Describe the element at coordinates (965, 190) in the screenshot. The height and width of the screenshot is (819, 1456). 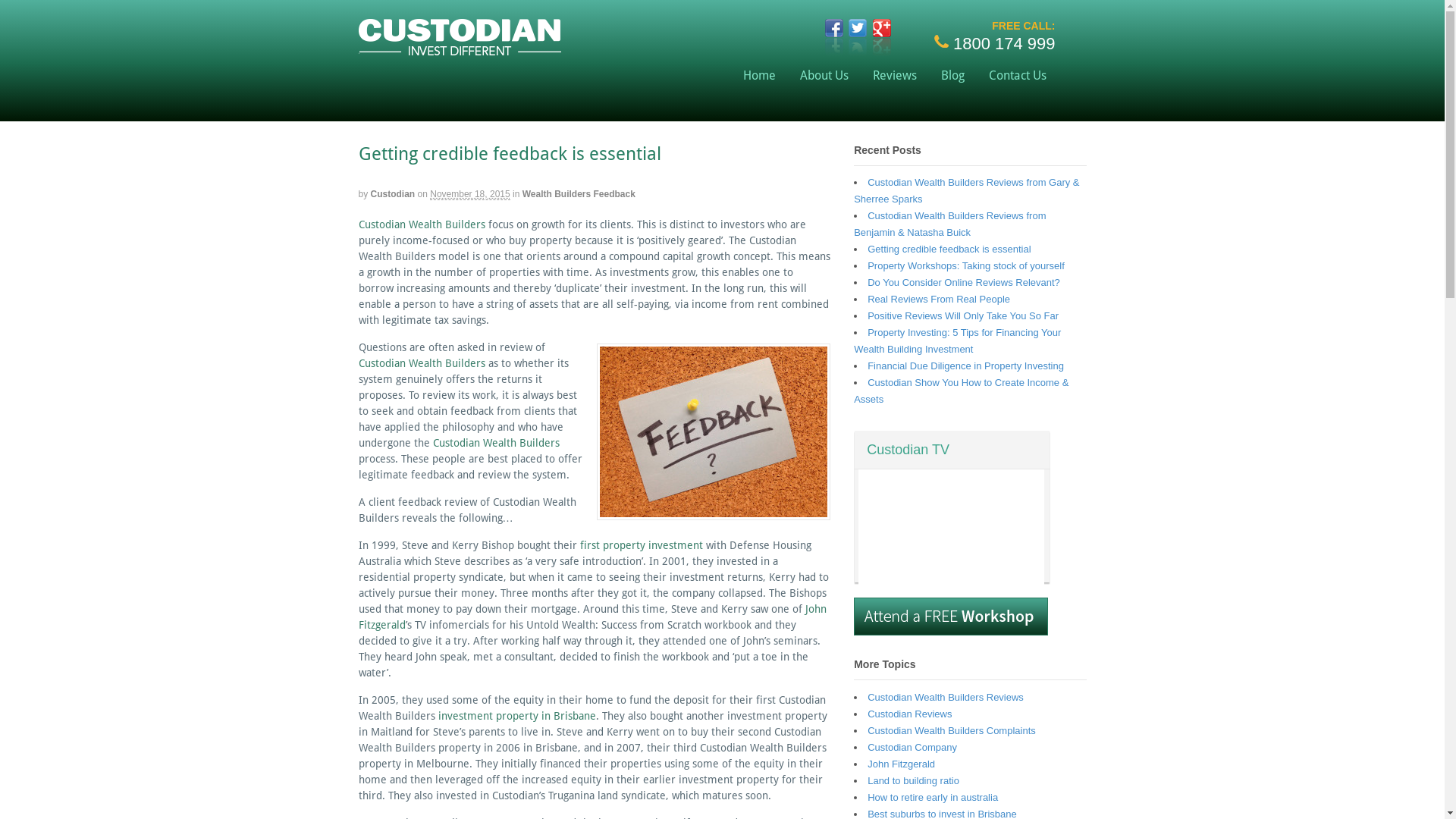
I see `'Custodian Wealth Builders Reviews from Gary & Sherree Sparks'` at that location.